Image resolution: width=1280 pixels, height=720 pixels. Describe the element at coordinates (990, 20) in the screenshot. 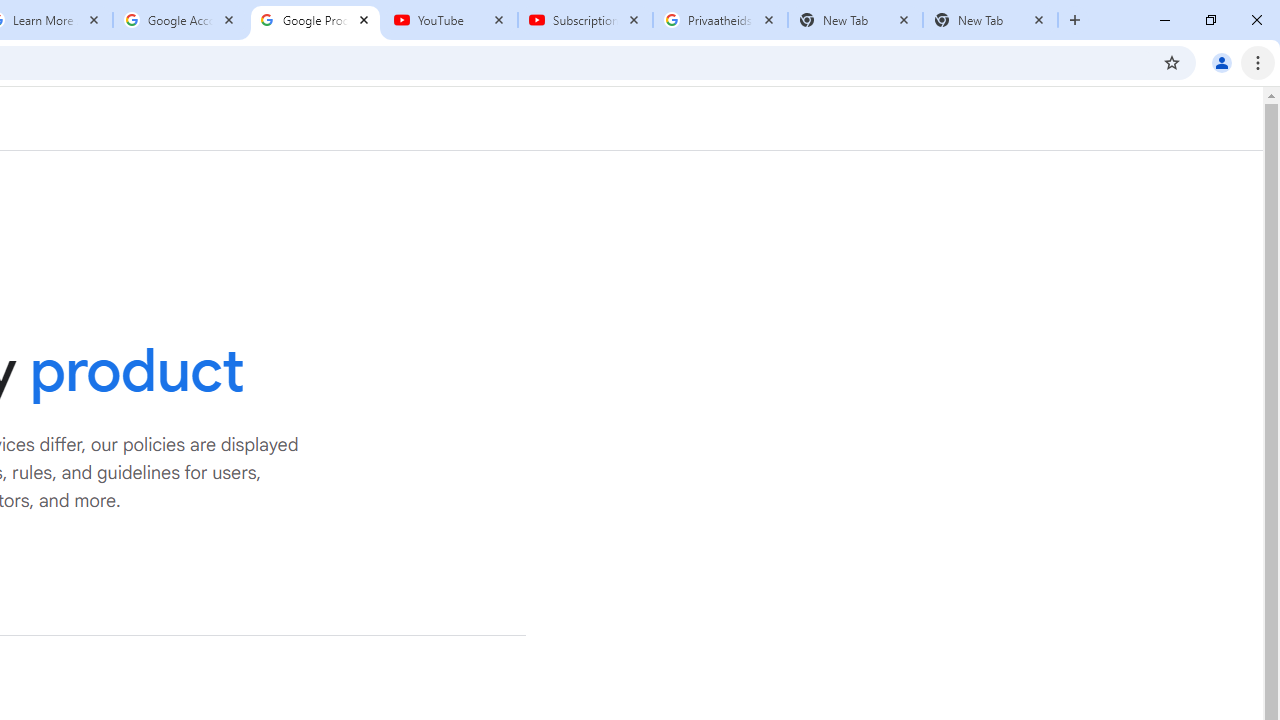

I see `'New Tab'` at that location.